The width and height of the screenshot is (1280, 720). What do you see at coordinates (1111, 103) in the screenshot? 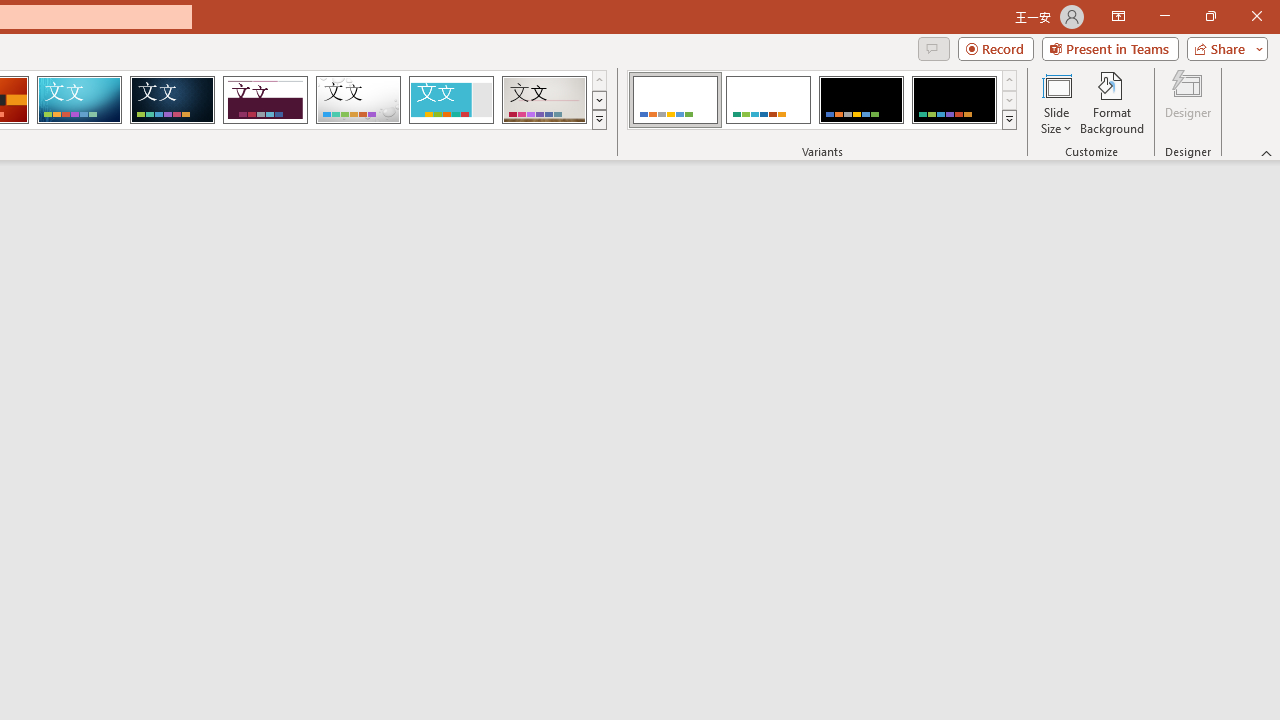
I see `'Format Background'` at bounding box center [1111, 103].